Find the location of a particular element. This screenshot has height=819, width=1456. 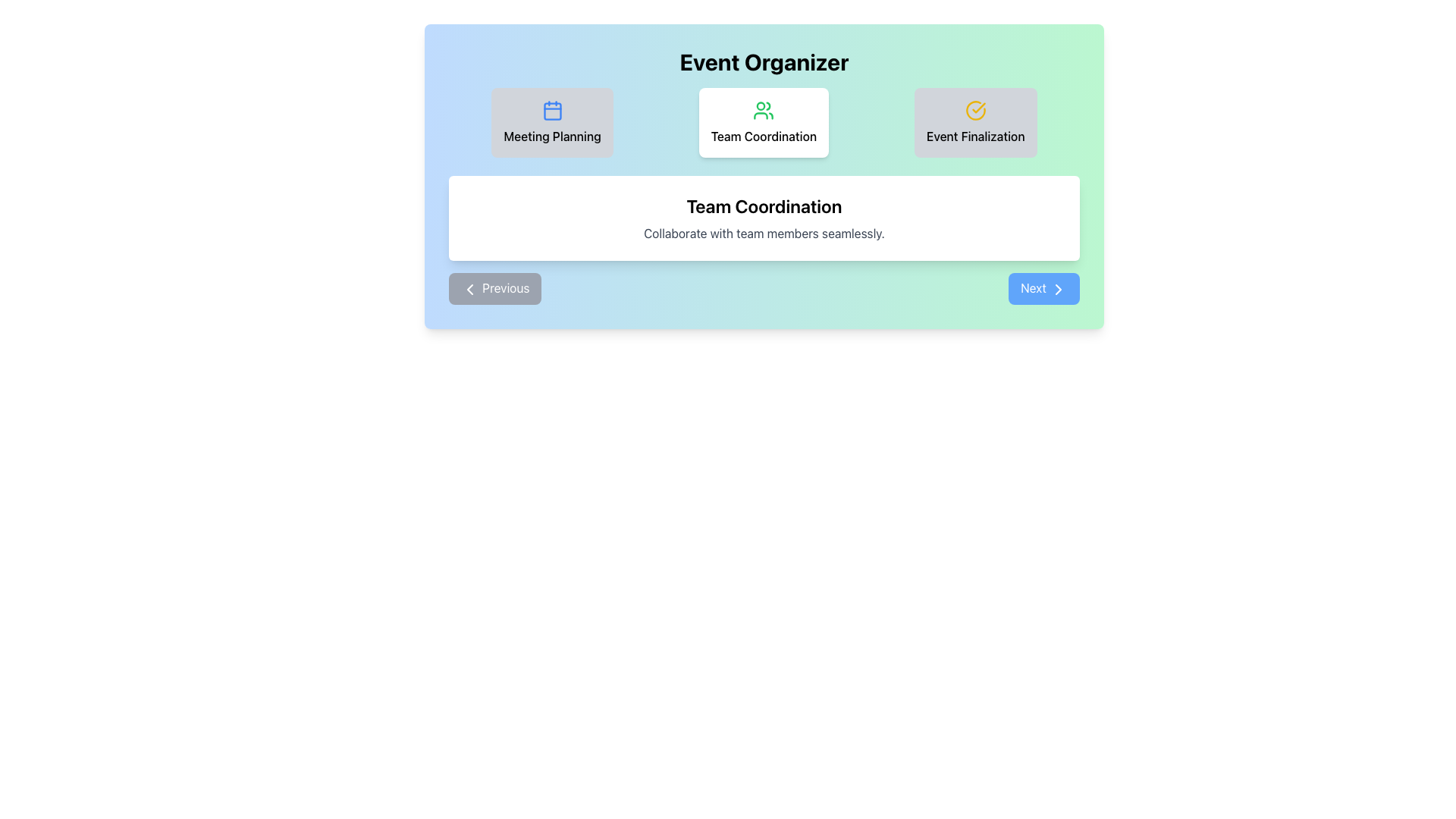

the calendar icon, which is styled with blue lines and rounded edges, located at the top-left of the gray box labeled 'Meeting Planning' is located at coordinates (551, 110).